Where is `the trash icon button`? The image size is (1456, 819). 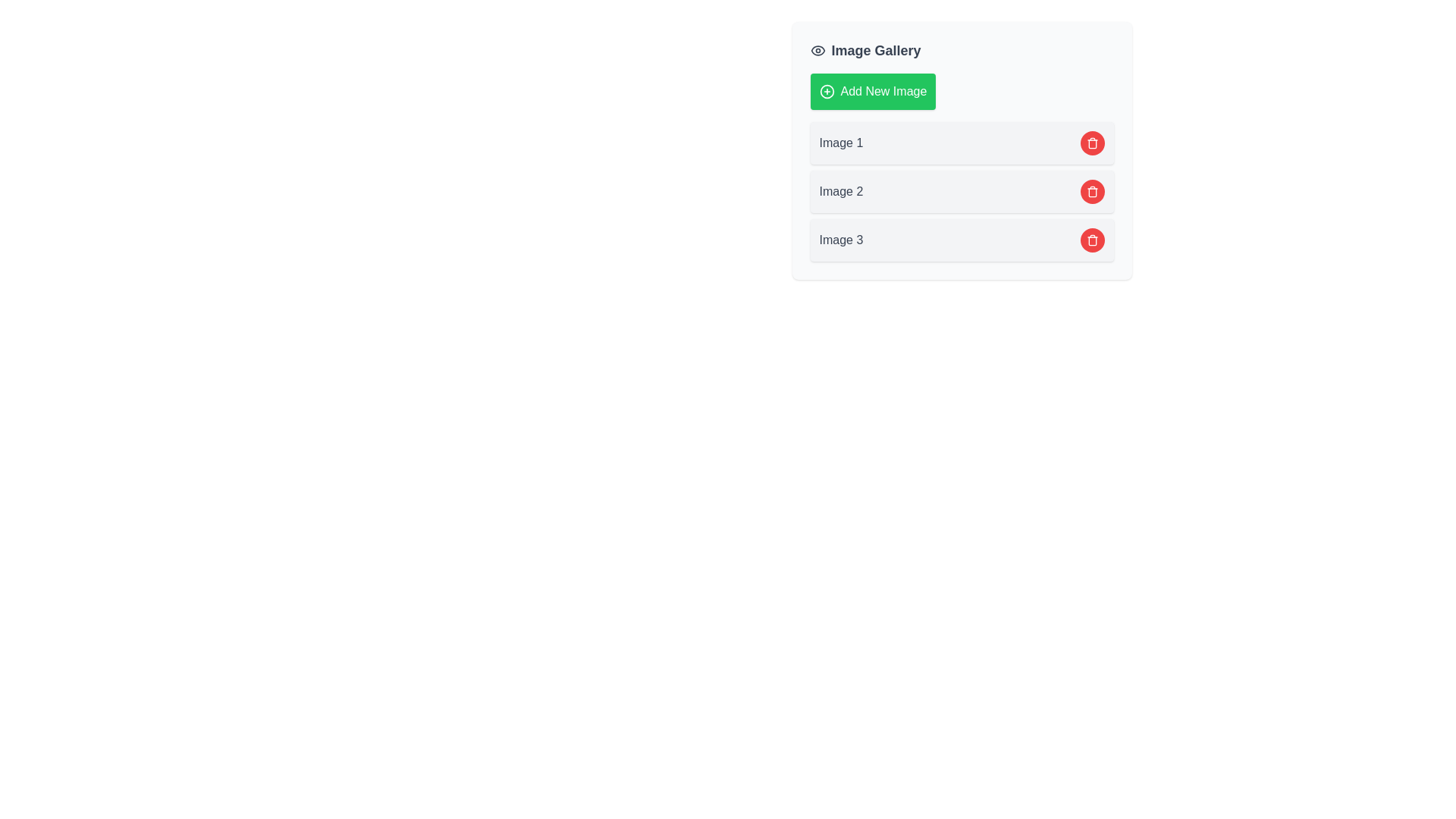
the trash icon button is located at coordinates (1092, 143).